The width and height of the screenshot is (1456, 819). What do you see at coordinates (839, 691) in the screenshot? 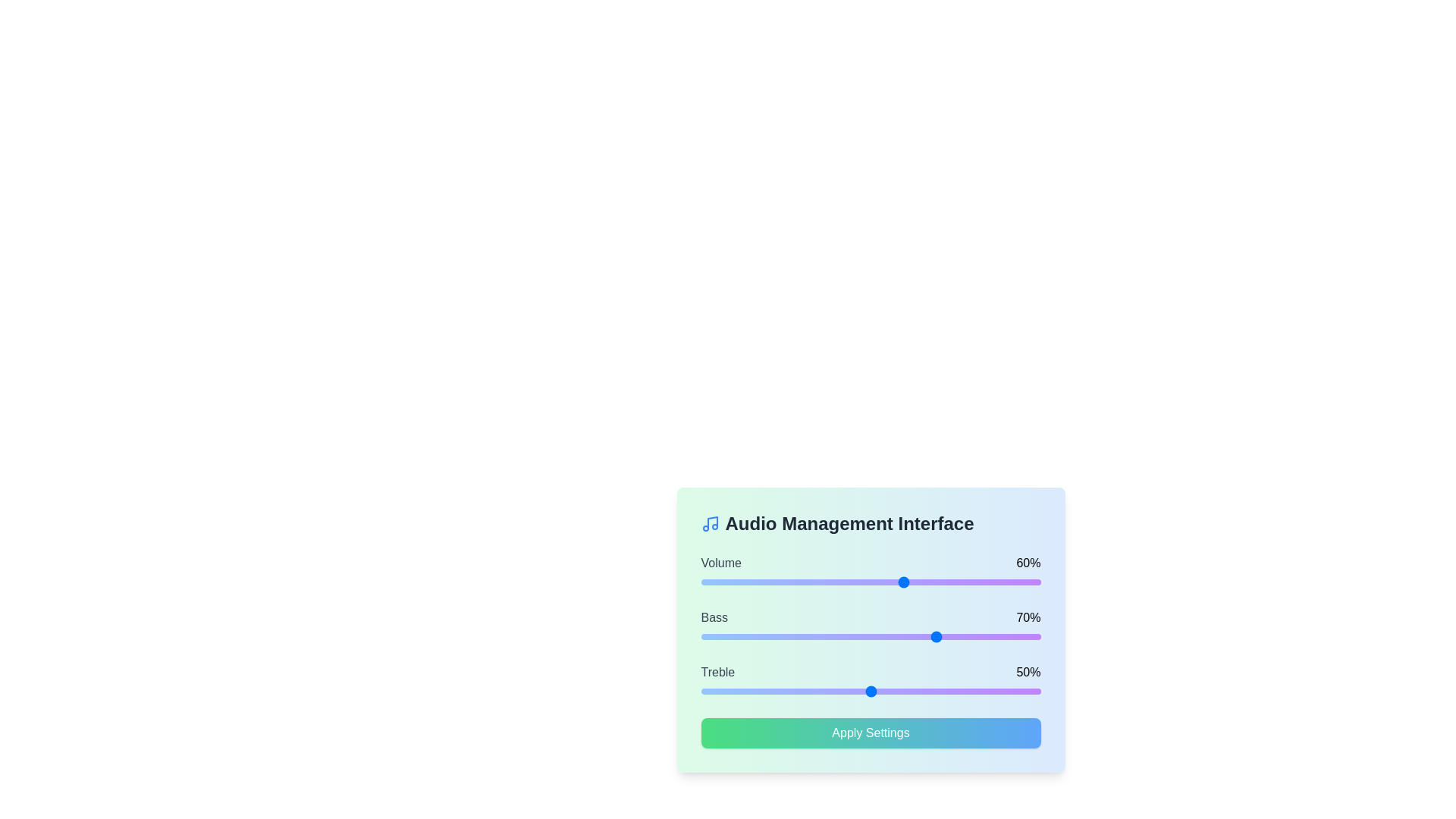
I see `the treble level` at bounding box center [839, 691].